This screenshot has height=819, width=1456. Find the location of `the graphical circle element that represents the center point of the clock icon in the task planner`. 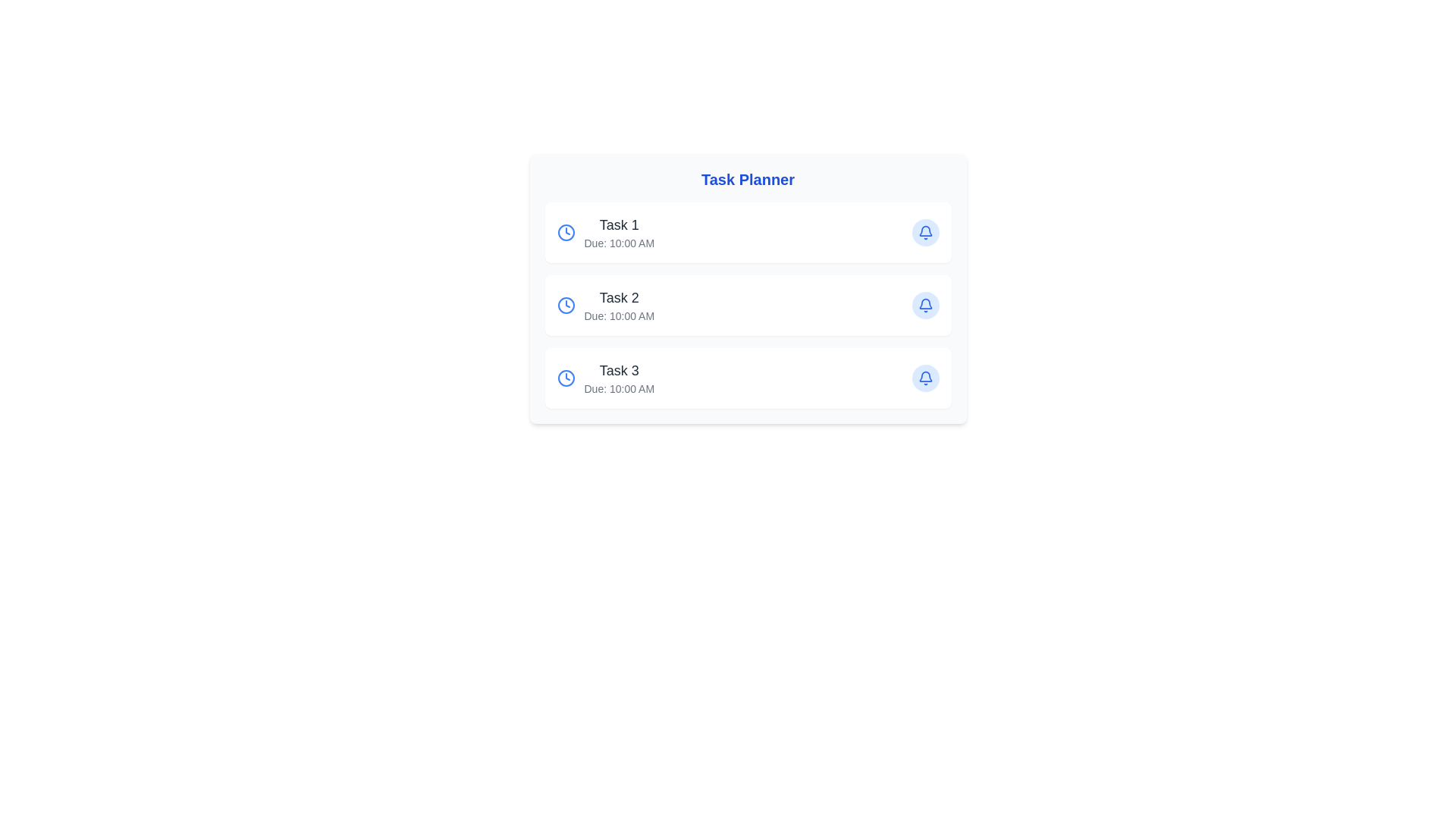

the graphical circle element that represents the center point of the clock icon in the task planner is located at coordinates (565, 233).